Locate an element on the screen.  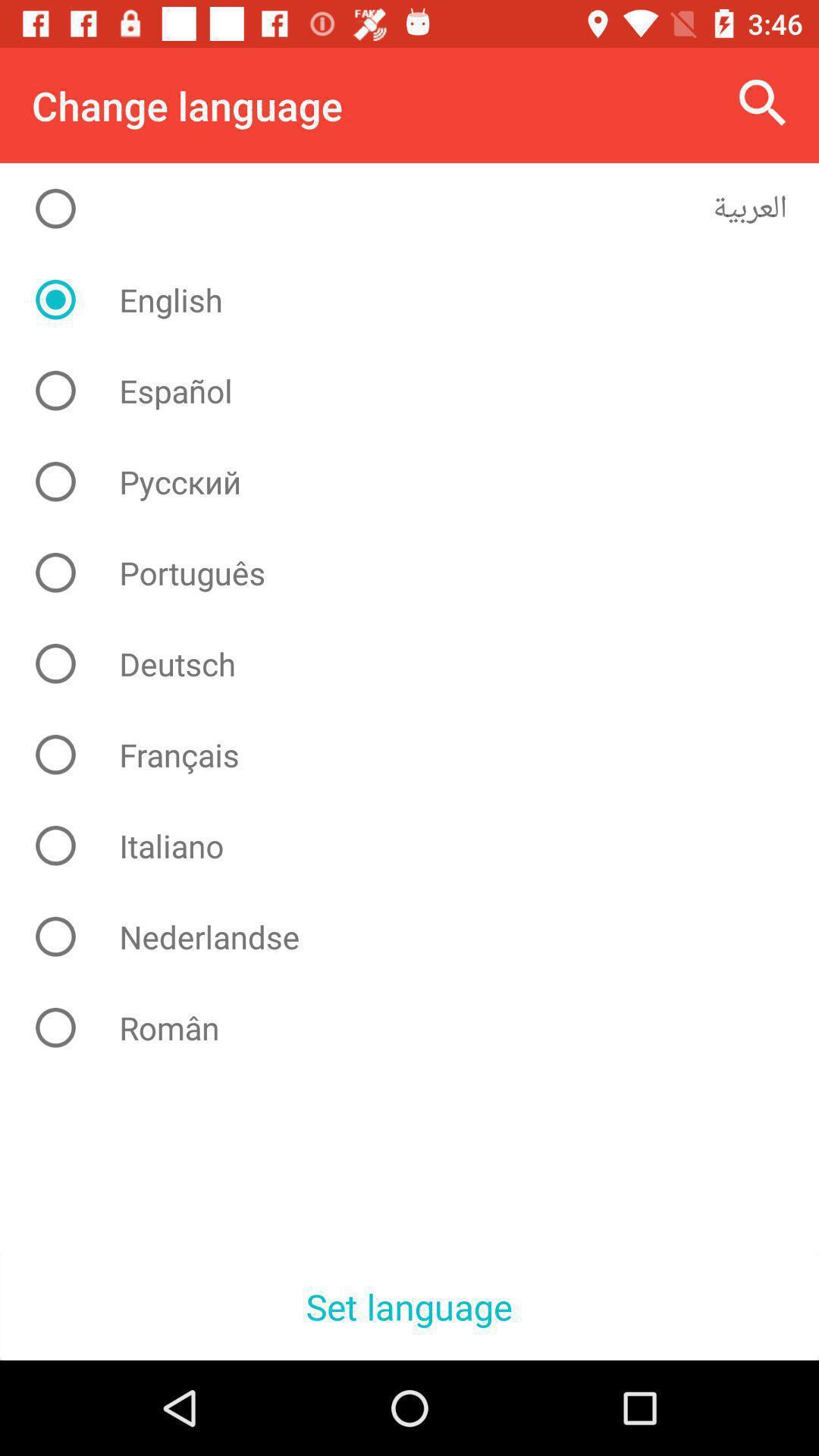
the icon above english is located at coordinates (421, 208).